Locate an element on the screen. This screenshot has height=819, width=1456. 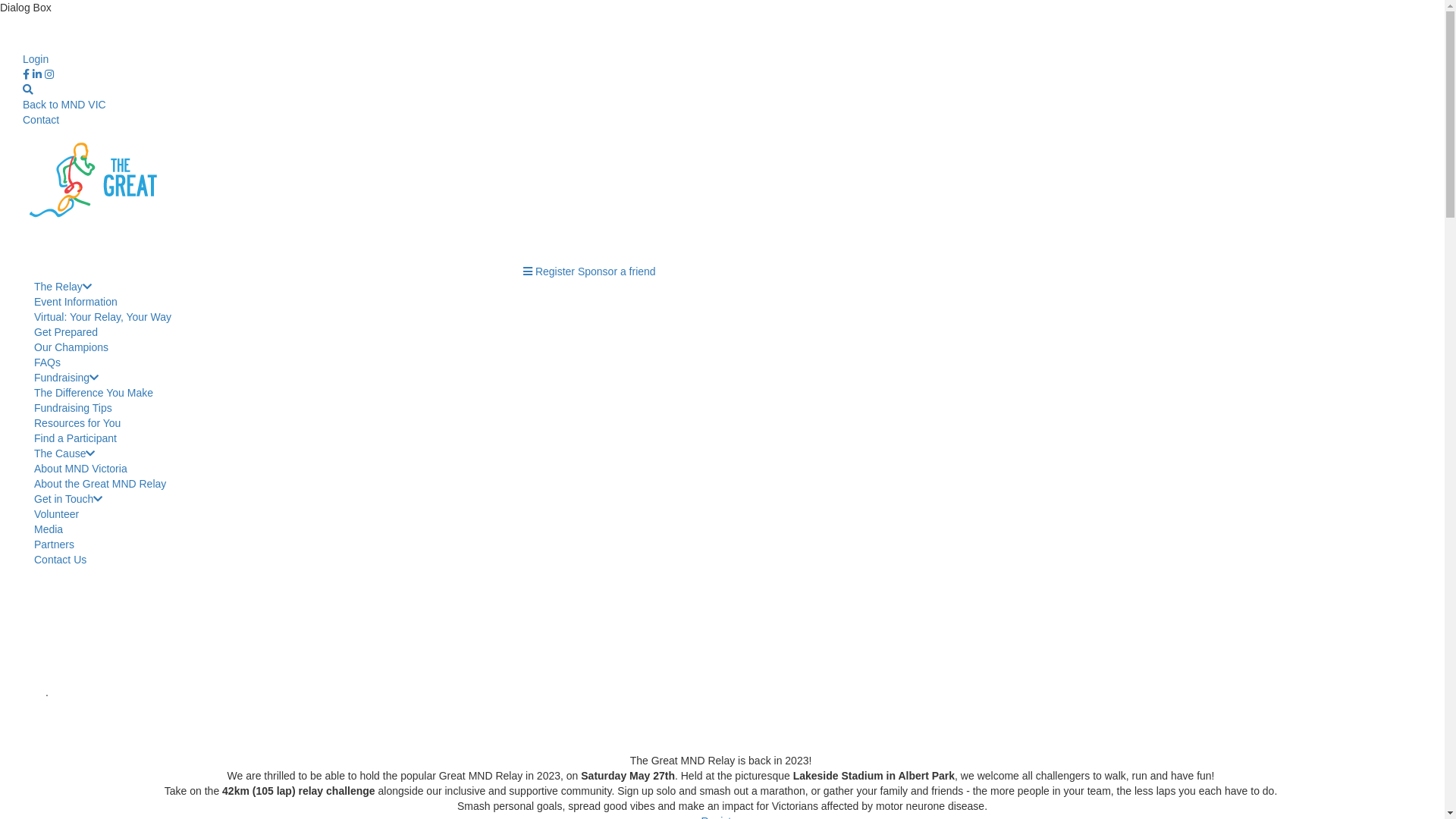
'Volunteer' is located at coordinates (56, 513).